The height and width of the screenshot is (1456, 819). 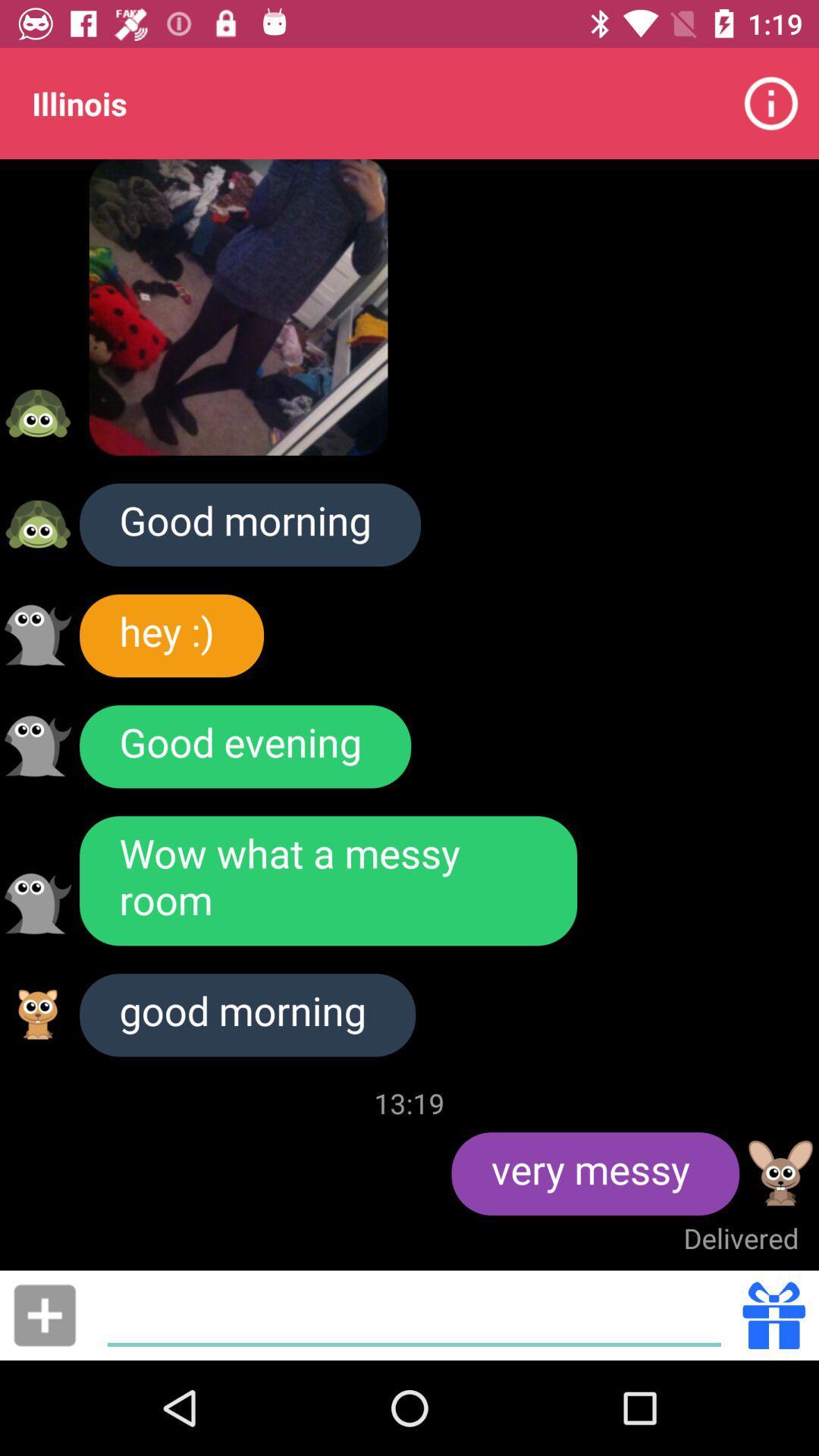 I want to click on the item to the right of 13:19 icon, so click(x=595, y=1173).